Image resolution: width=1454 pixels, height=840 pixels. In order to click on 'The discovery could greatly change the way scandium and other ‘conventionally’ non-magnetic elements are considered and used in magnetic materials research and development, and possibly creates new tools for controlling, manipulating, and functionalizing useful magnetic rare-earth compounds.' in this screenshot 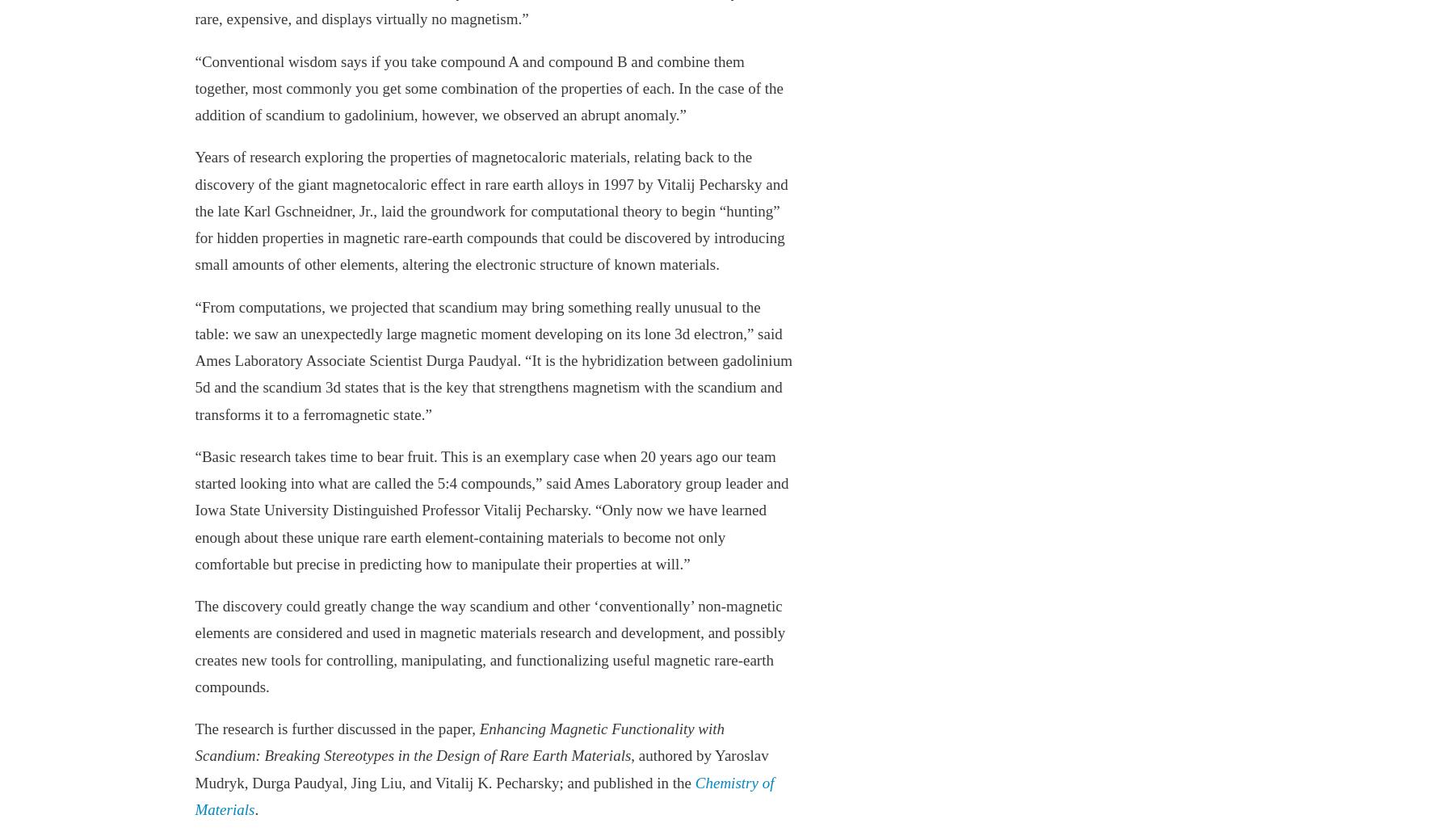, I will do `click(490, 645)`.